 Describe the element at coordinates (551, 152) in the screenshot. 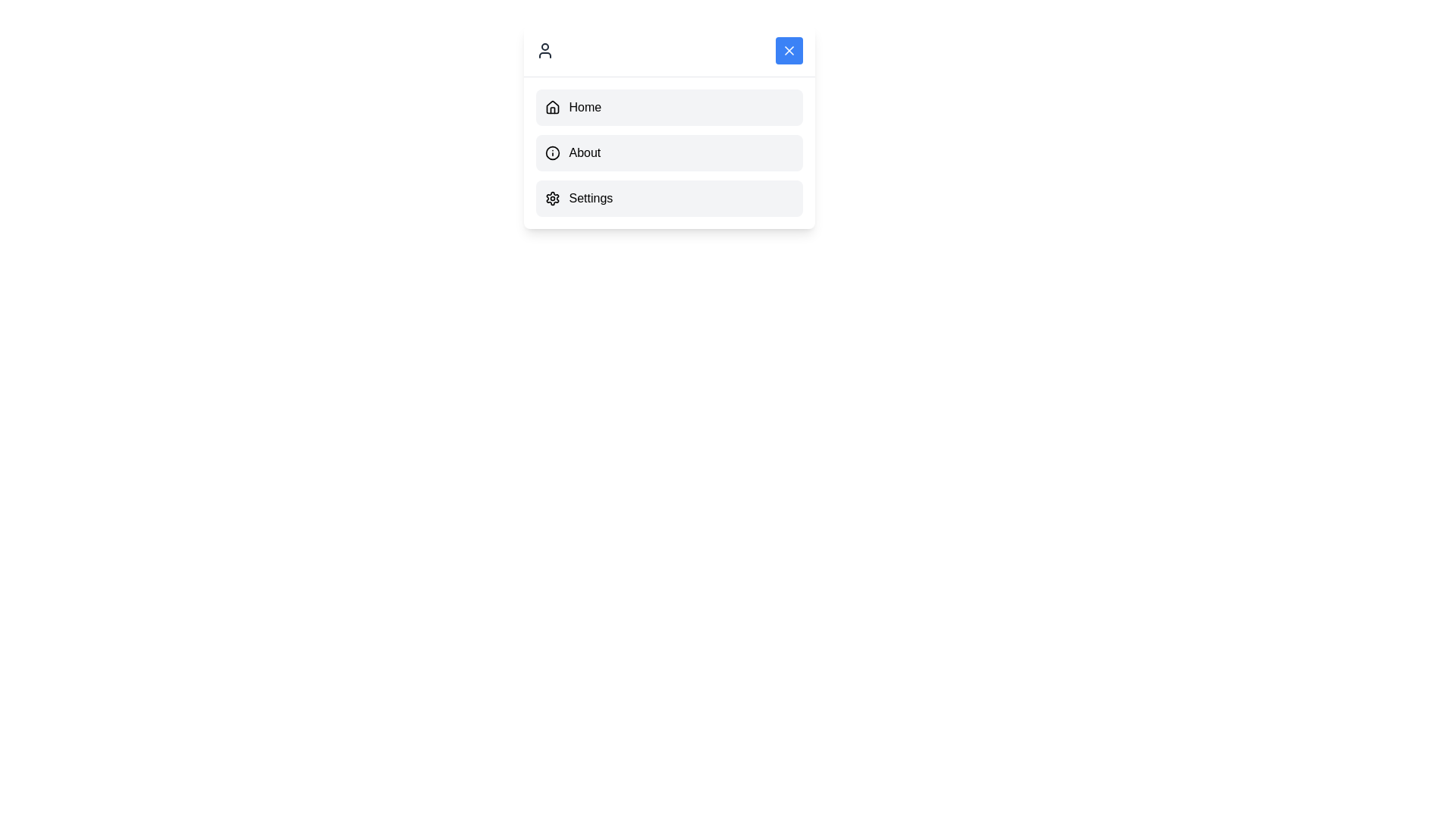

I see `the circular icon component of the about button, which is the second item from the top in the vertical navigation bar` at that location.